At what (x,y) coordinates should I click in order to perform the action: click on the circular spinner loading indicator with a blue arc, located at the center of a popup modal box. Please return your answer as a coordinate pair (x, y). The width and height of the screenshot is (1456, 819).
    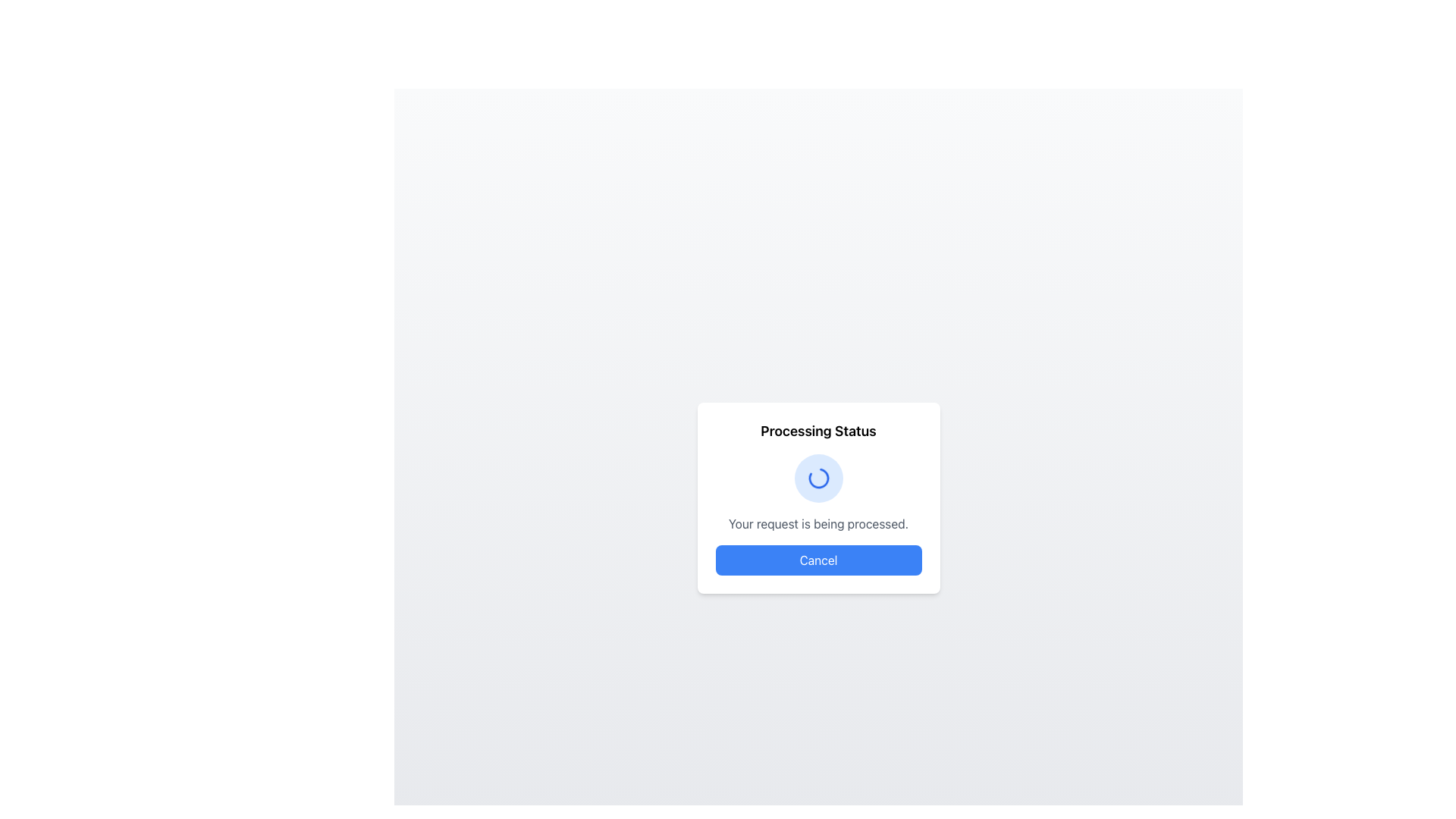
    Looking at the image, I should click on (817, 479).